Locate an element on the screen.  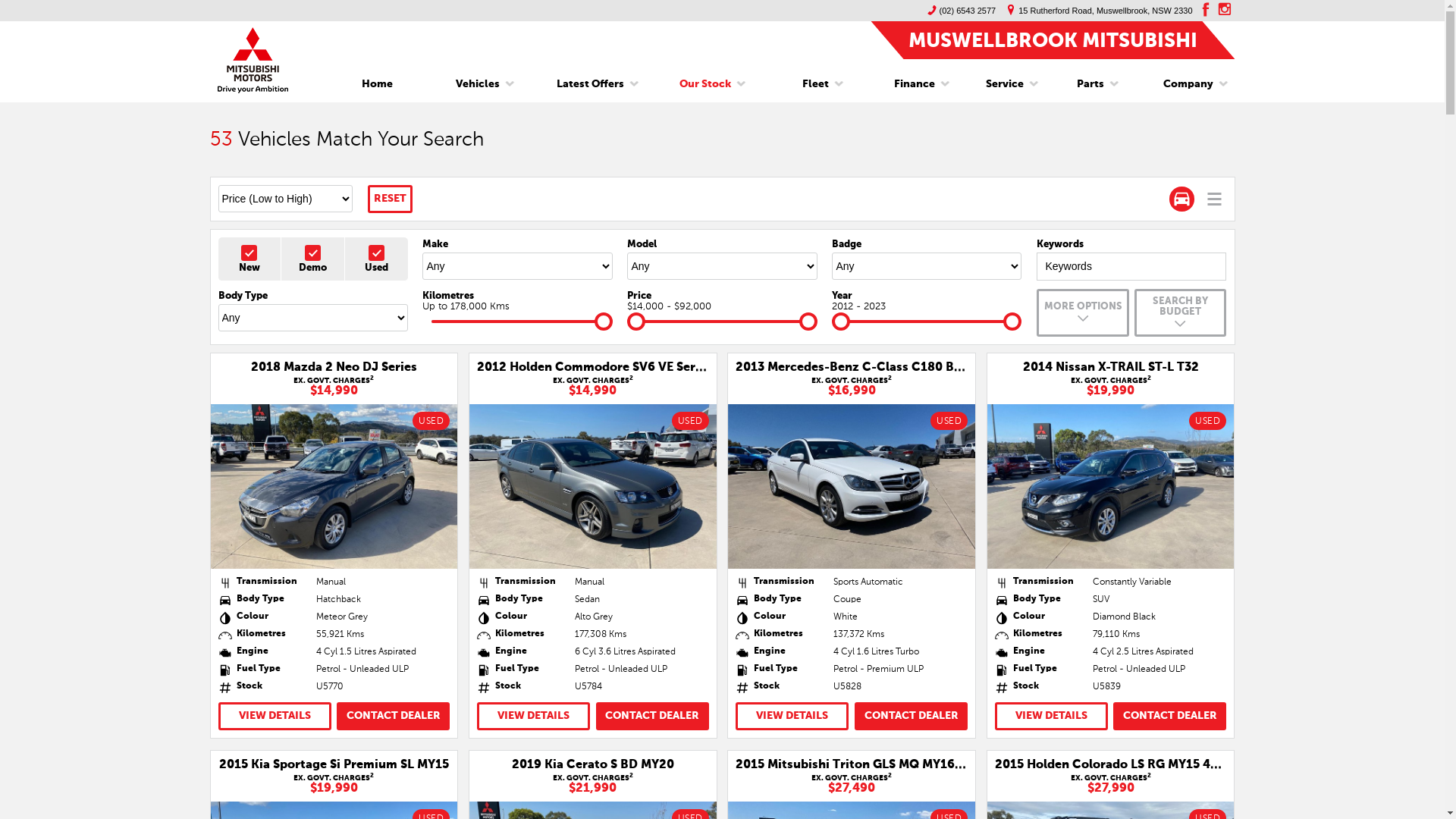
'facebook' is located at coordinates (1203, 8).